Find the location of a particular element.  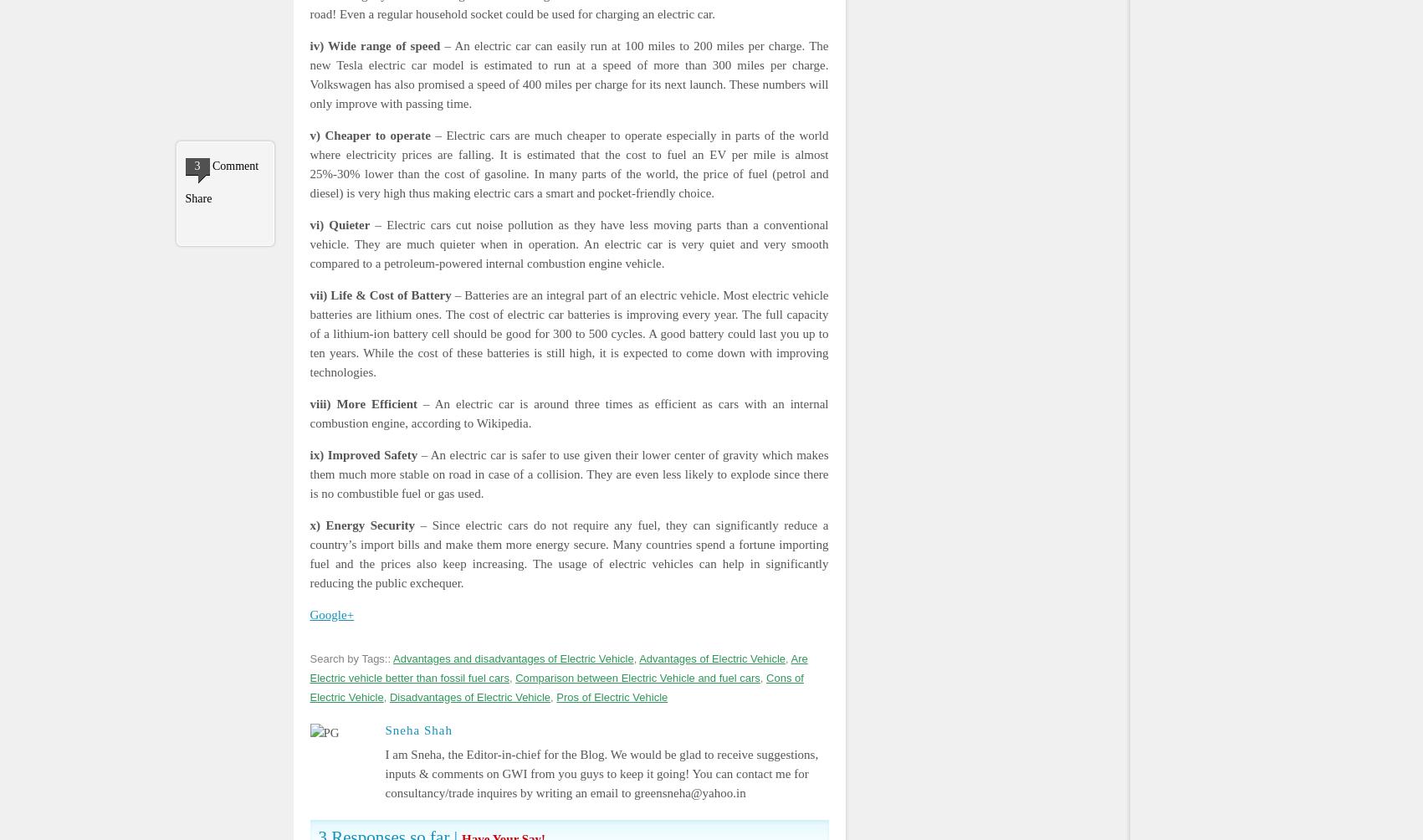

'I am Sneha, the Editor-in-chief for the Blog. We would be glad to receive suggestions, inputs & comments on GWI from you guys to keep it going! You can contact me for consultancy/trade inquires by writing an email to greensneha@yahoo.in' is located at coordinates (601, 772).